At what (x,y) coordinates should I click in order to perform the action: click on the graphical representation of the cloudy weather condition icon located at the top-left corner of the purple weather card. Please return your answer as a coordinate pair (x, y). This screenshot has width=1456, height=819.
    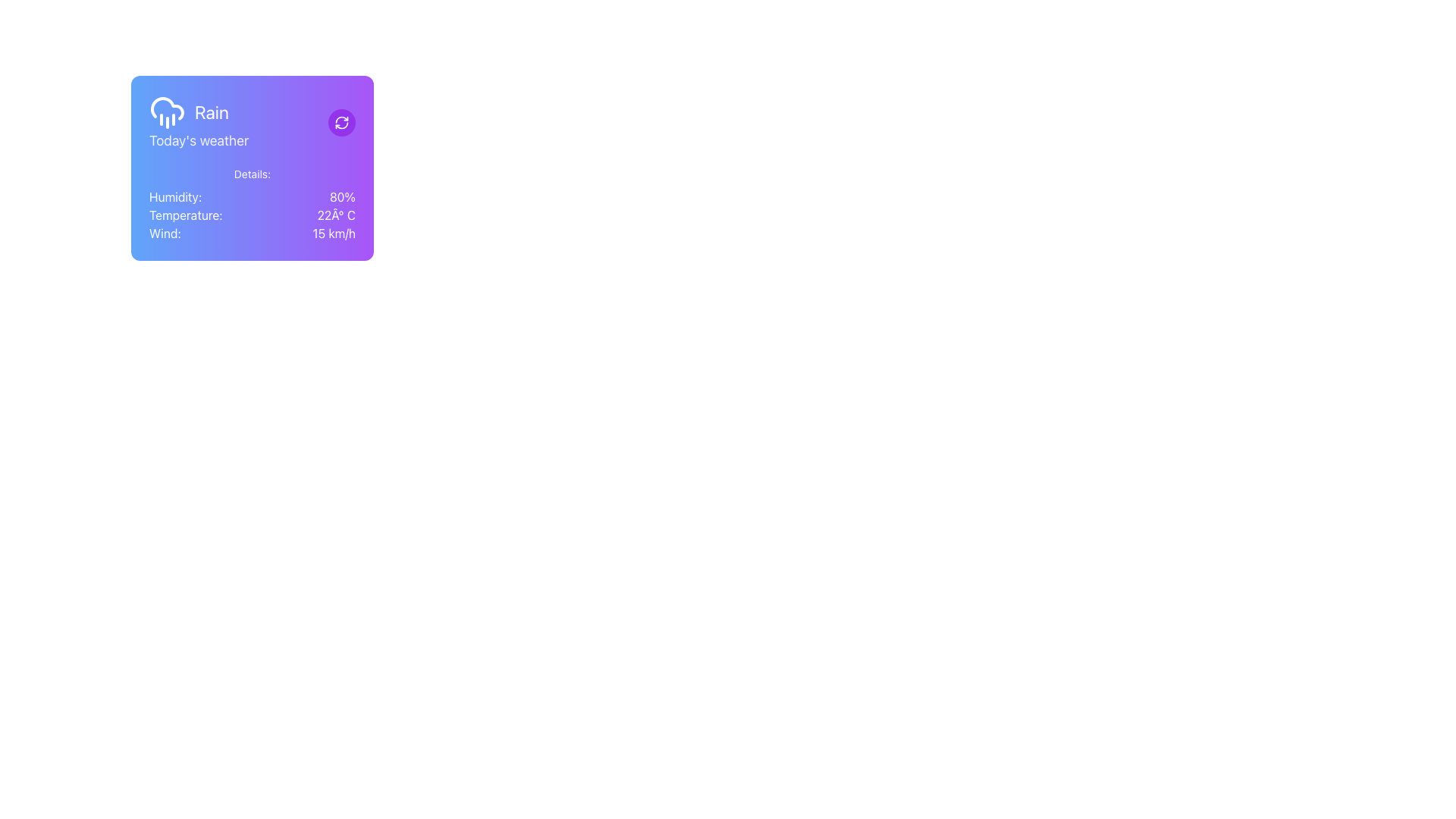
    Looking at the image, I should click on (167, 108).